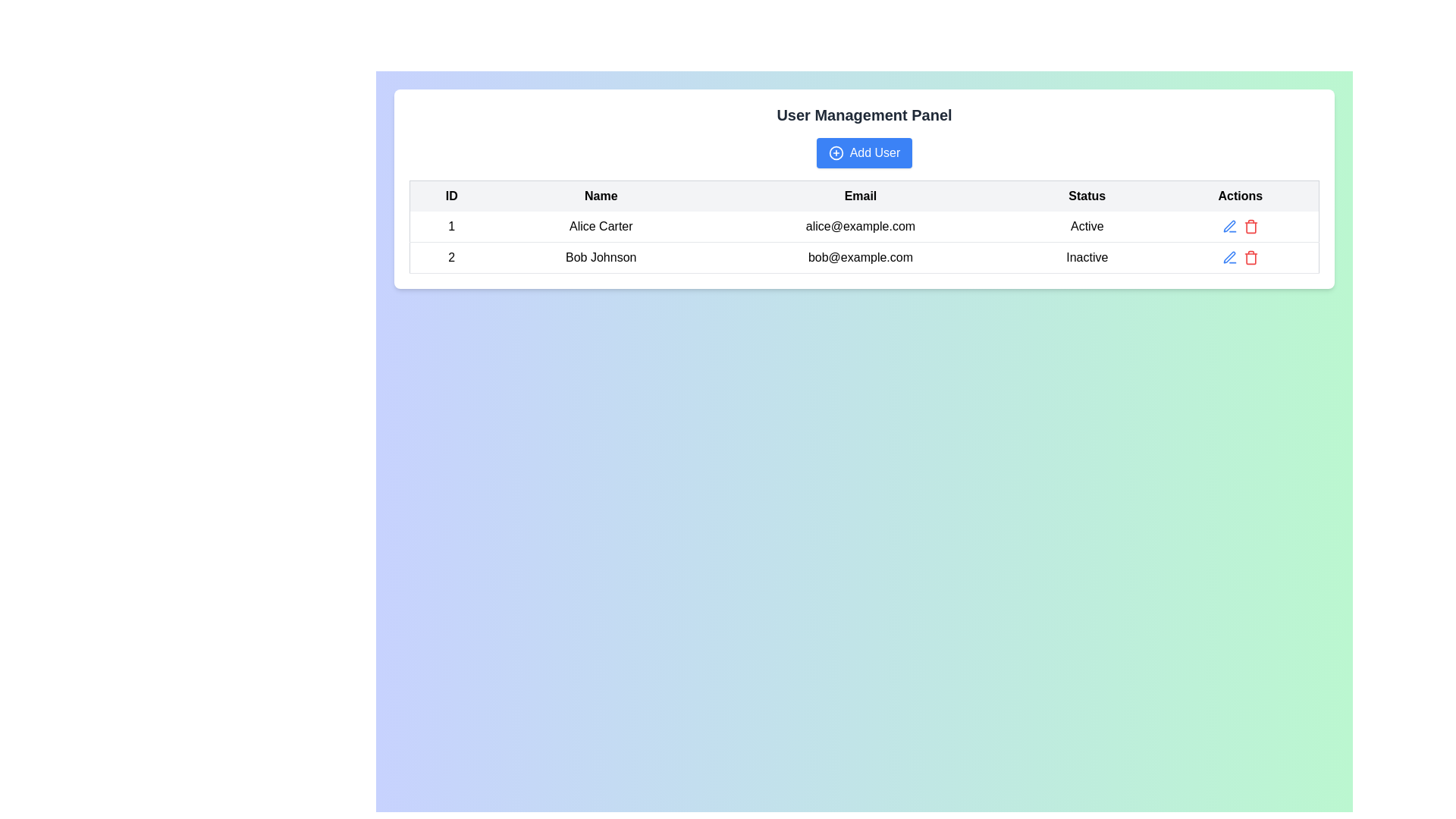 The height and width of the screenshot is (819, 1456). Describe the element at coordinates (860, 227) in the screenshot. I see `the text display element showing 'alice@example.com' in the 'Email' column for user 'Alice Carter', status 'Active'` at that location.